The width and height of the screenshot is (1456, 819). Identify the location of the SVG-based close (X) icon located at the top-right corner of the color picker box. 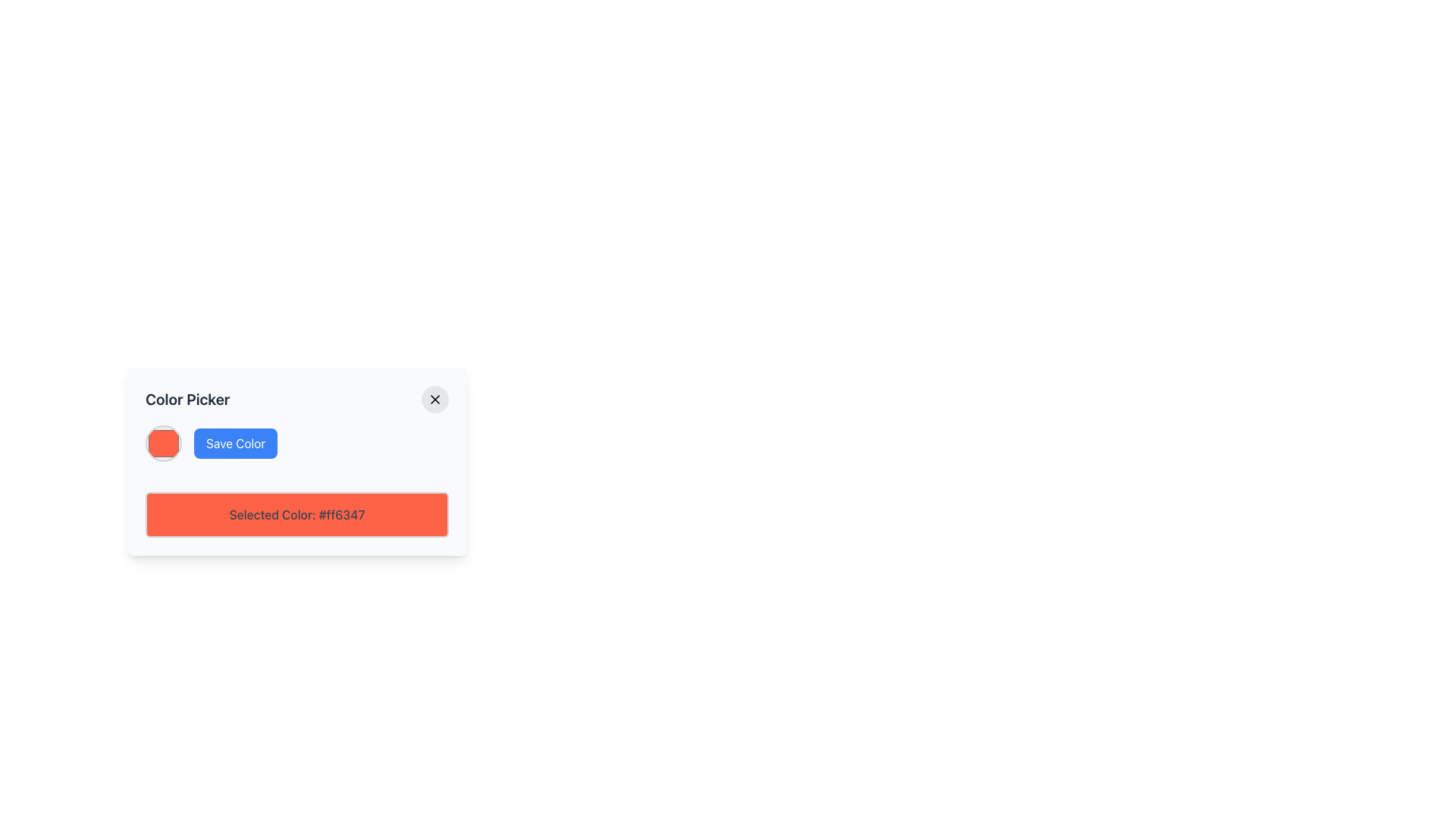
(435, 399).